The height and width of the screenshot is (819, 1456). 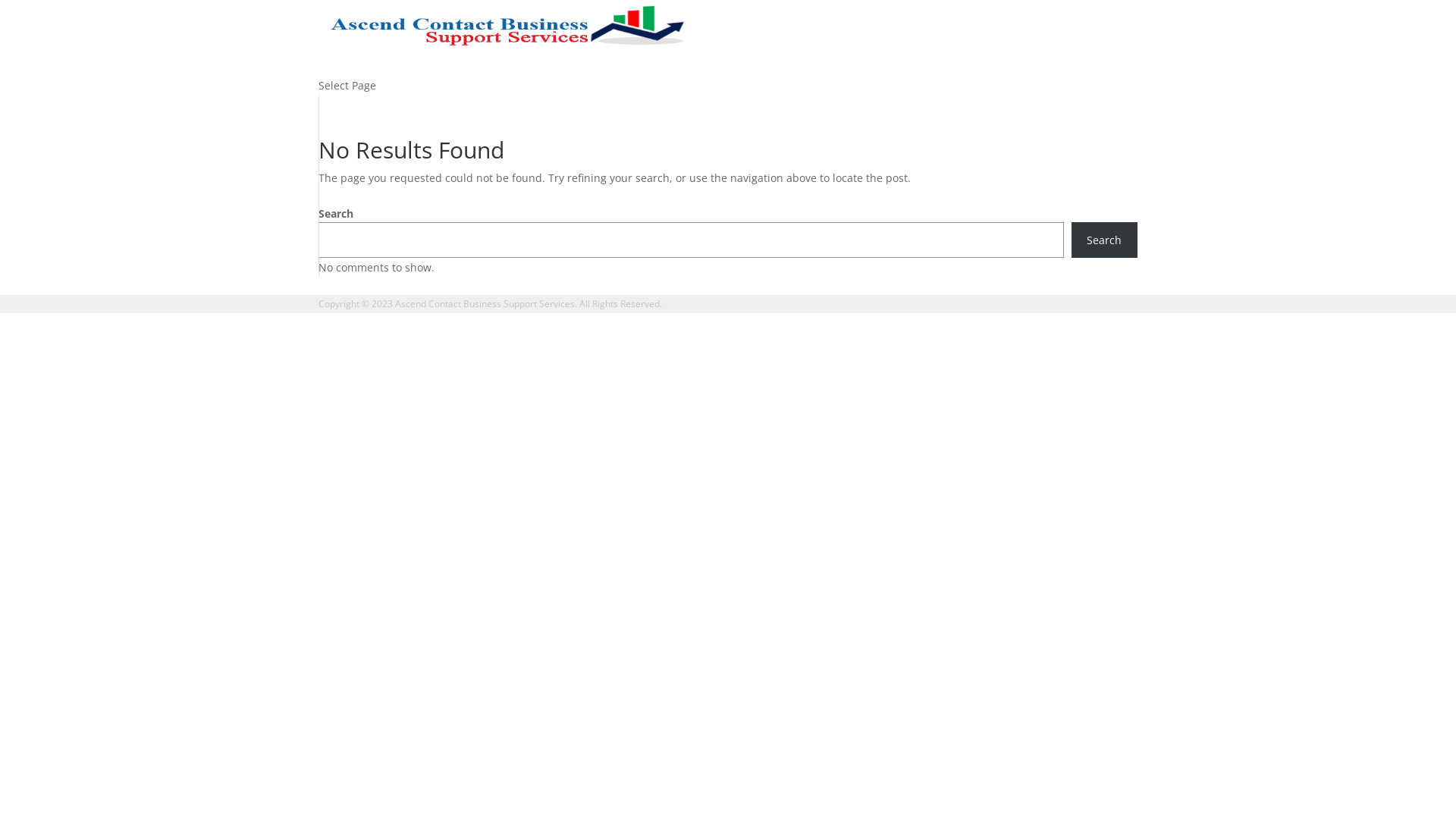 What do you see at coordinates (1104, 239) in the screenshot?
I see `'Search'` at bounding box center [1104, 239].